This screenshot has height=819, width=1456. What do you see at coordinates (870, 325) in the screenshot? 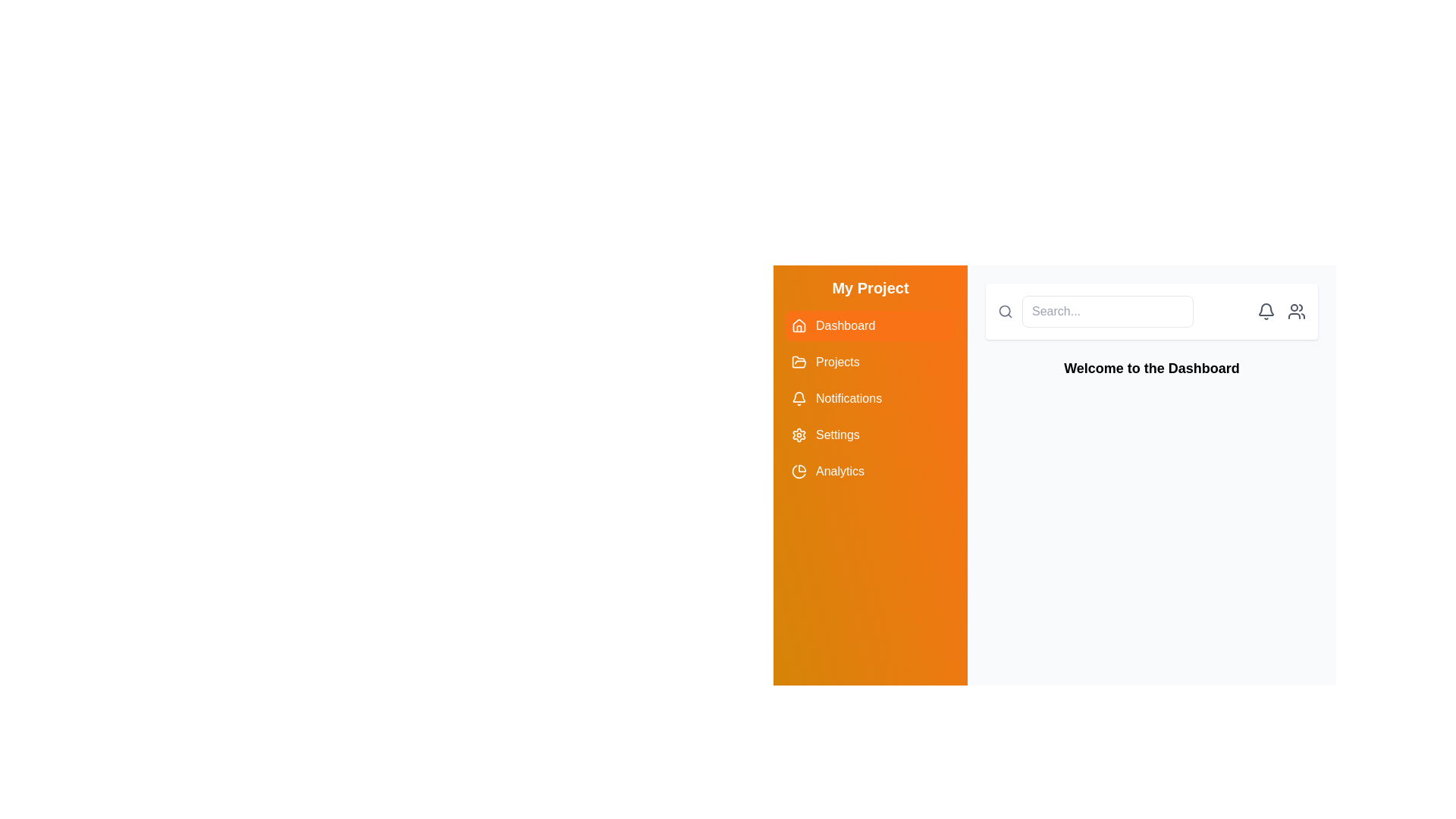
I see `the navigation button located in the left sidebar, directly above the 'Projects' element and below the section header 'My Project'` at bounding box center [870, 325].